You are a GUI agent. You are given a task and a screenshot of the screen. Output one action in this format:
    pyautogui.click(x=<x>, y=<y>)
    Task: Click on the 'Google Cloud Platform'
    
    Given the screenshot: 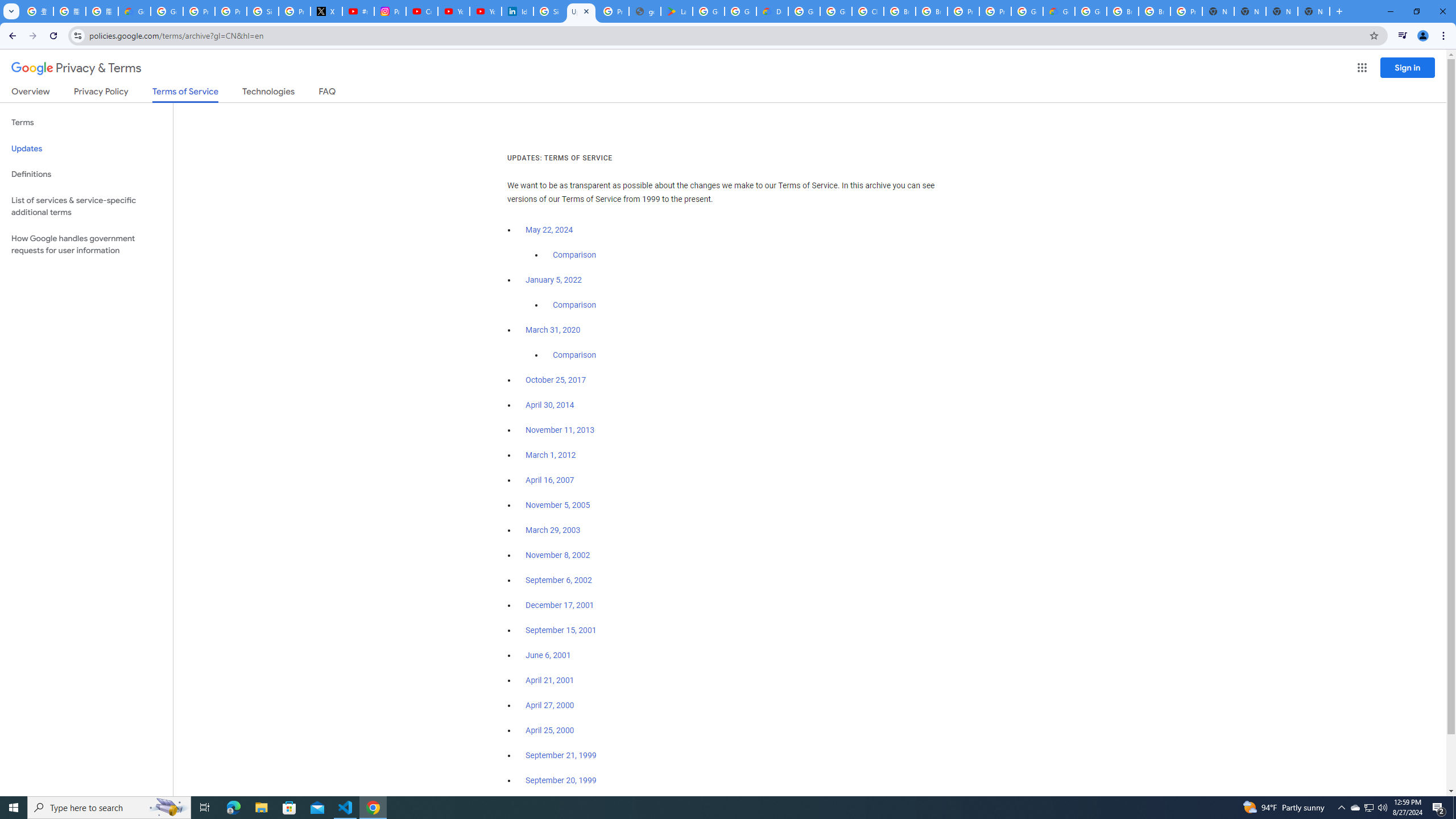 What is the action you would take?
    pyautogui.click(x=1027, y=11)
    